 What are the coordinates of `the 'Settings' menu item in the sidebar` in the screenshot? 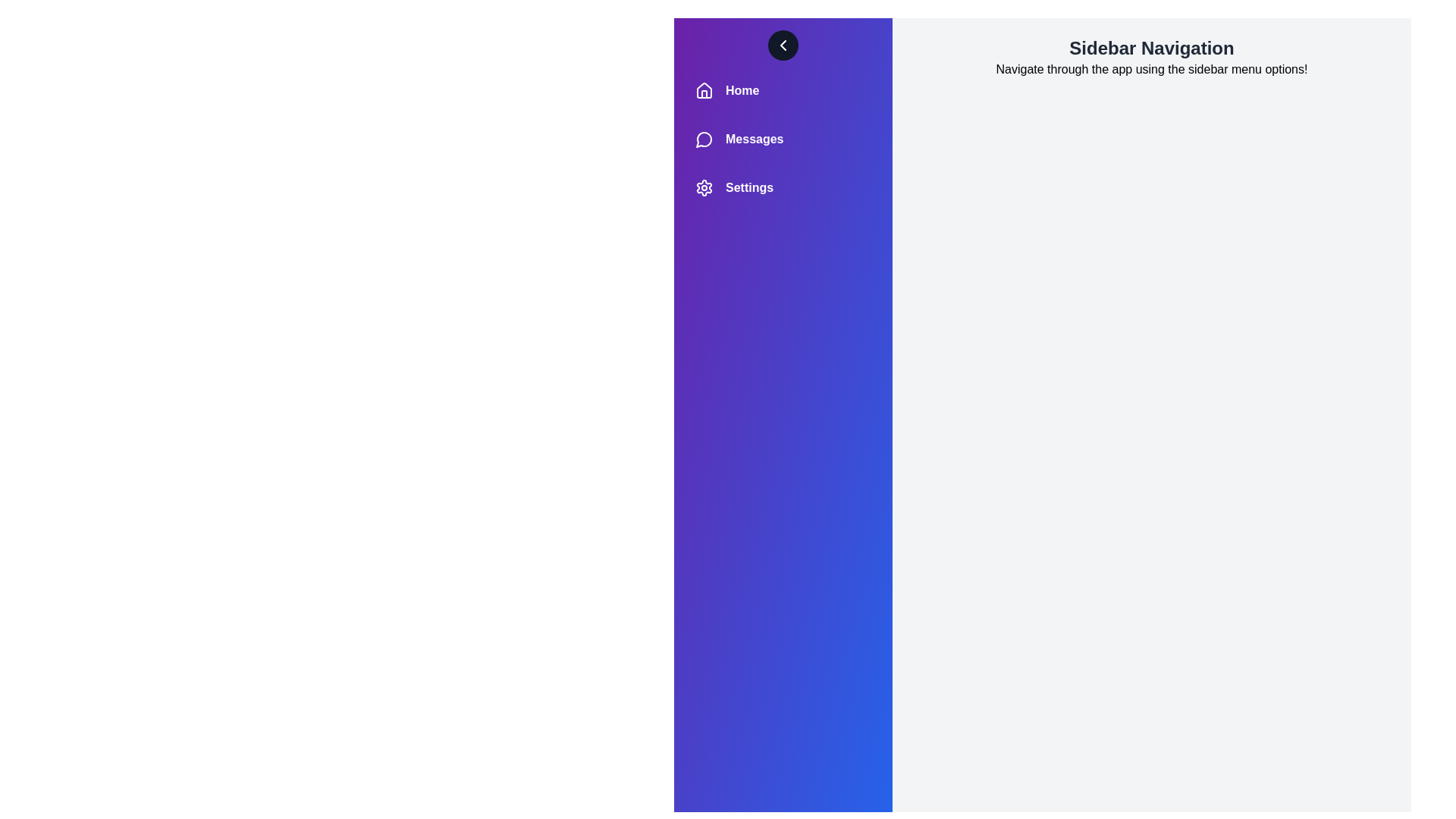 It's located at (783, 187).